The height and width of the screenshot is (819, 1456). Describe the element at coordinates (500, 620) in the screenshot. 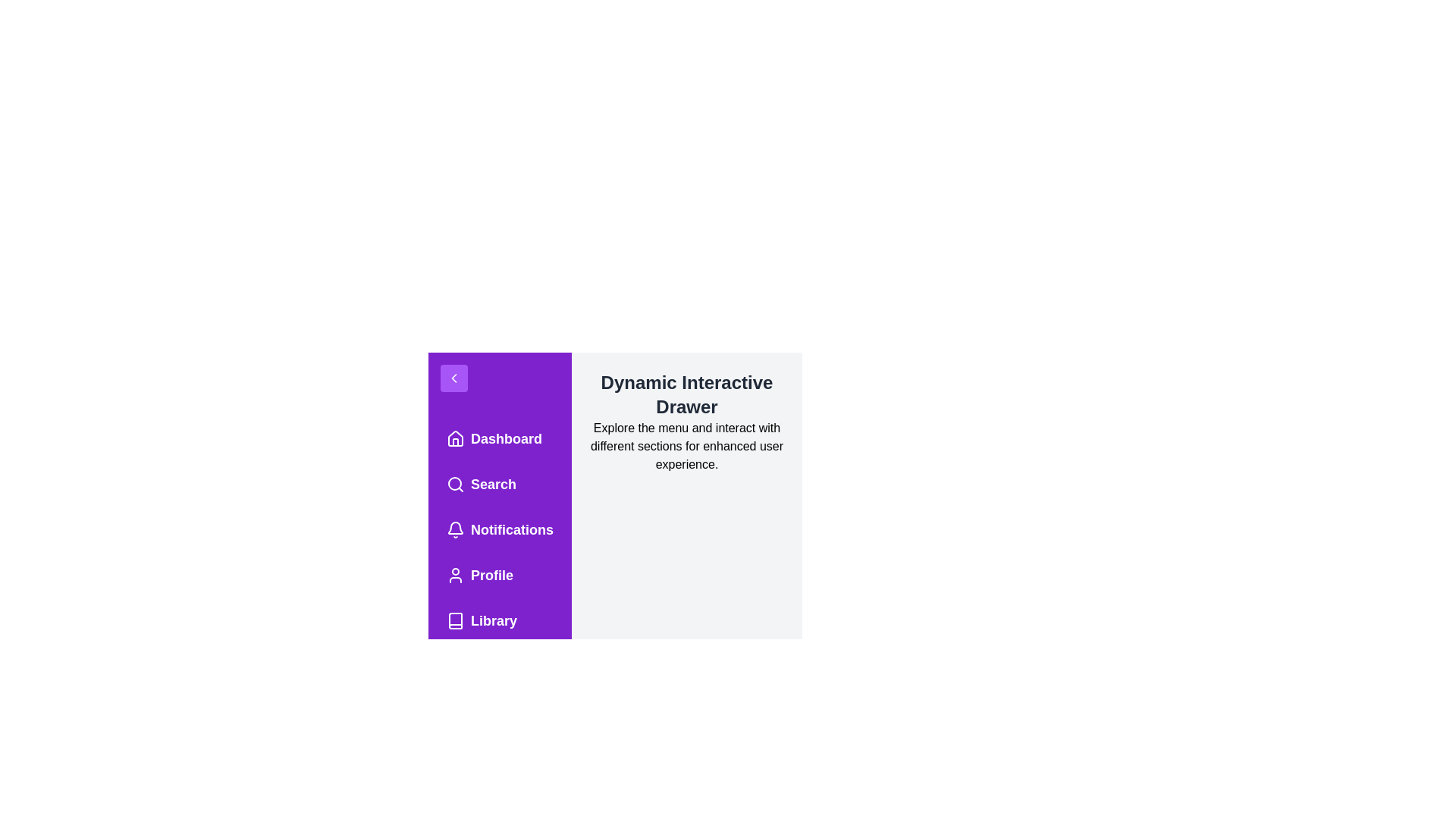

I see `the menu item labeled Library` at that location.